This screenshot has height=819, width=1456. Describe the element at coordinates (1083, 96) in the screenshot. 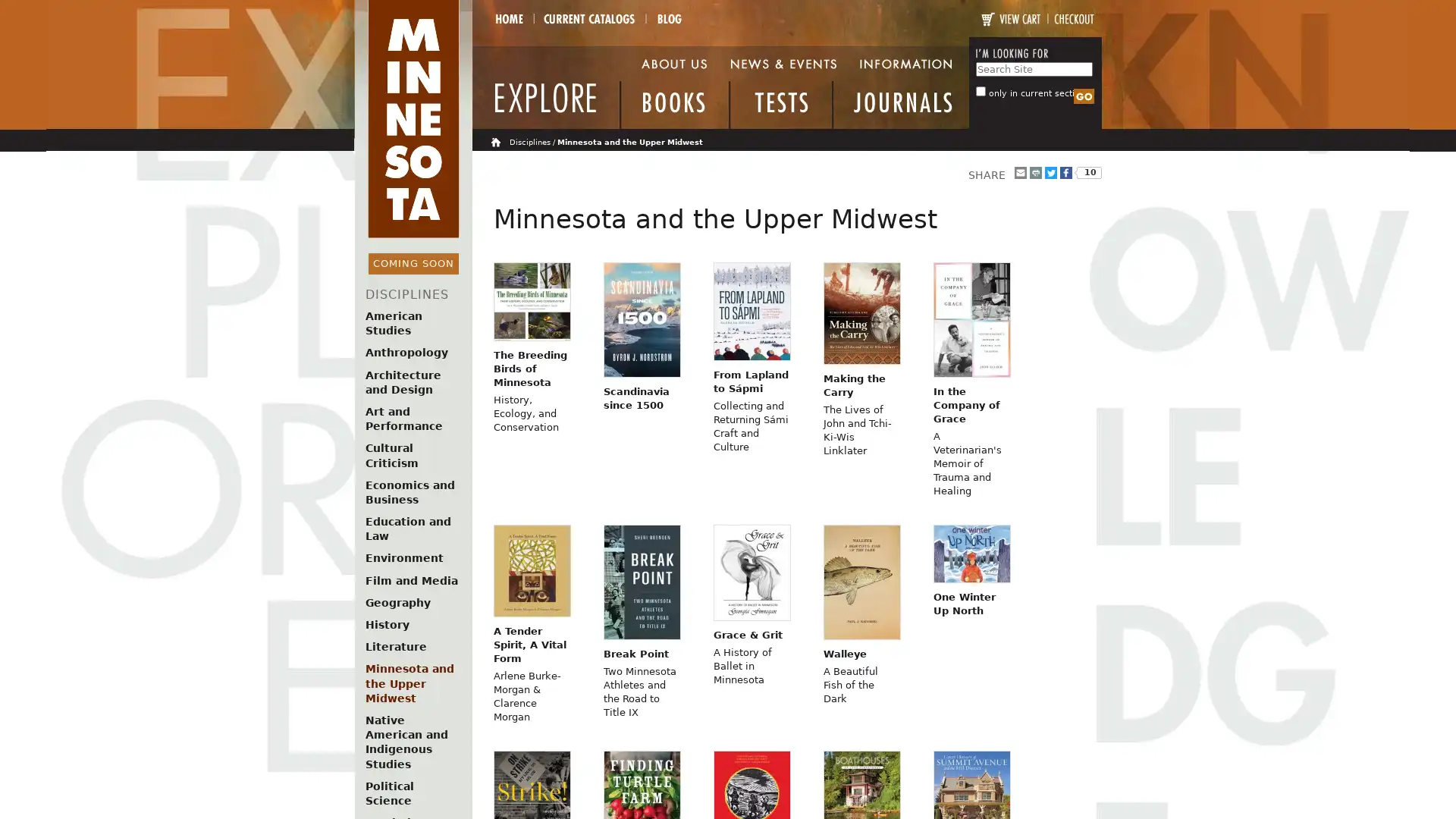

I see `Search` at that location.